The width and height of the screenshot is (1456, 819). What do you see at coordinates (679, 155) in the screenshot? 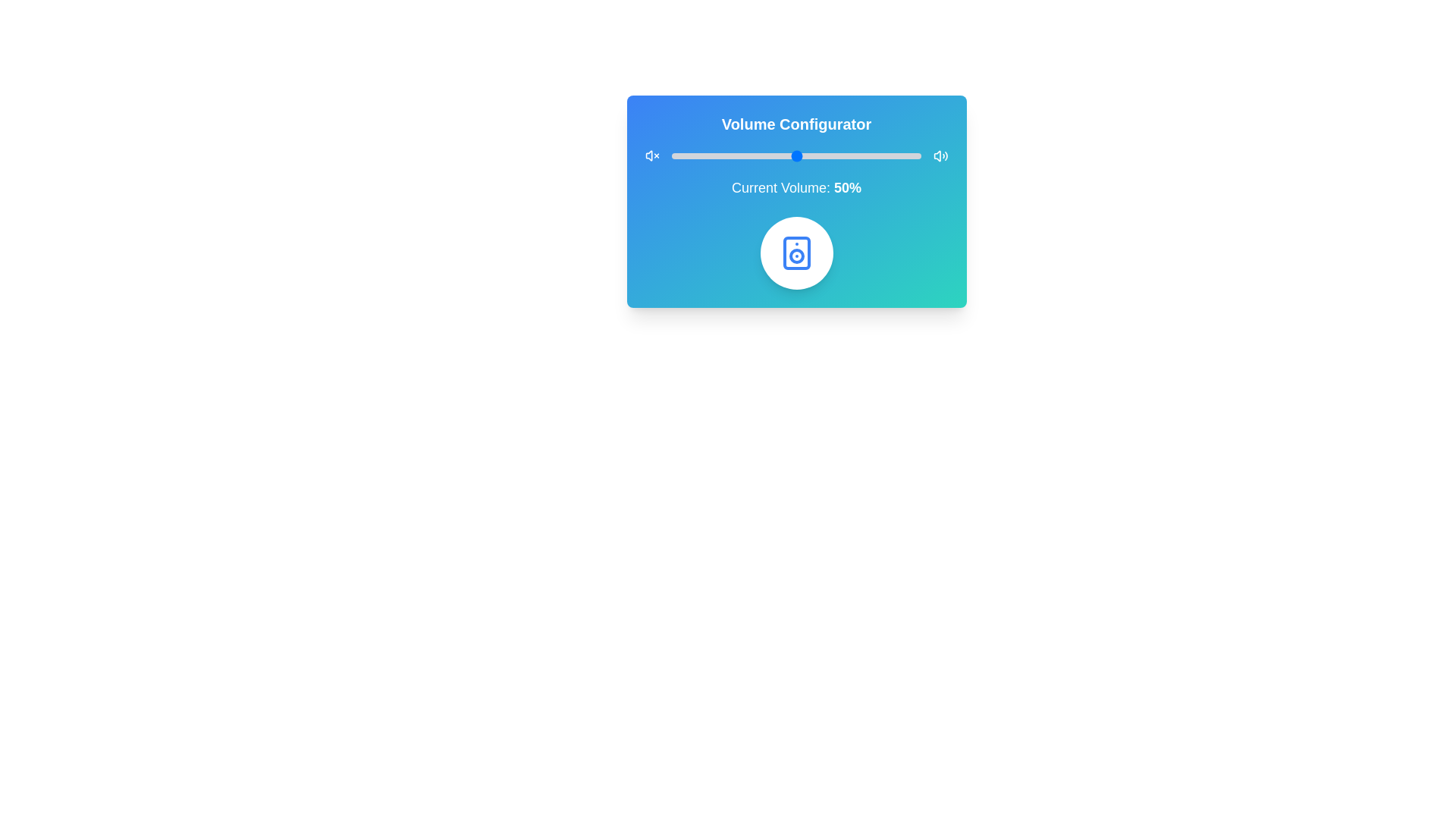
I see `the volume slider to set the volume to 3%` at bounding box center [679, 155].